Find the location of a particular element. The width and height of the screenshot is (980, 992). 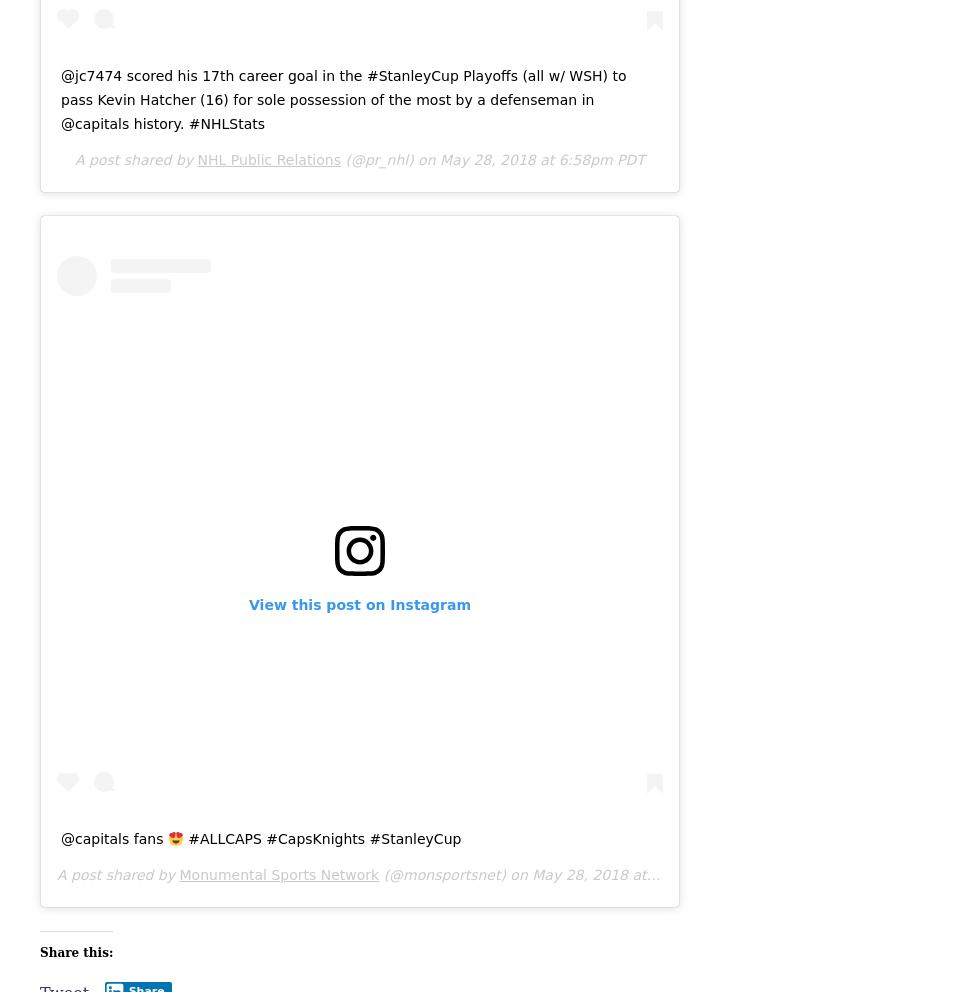

'View this post on Instagram' is located at coordinates (249, 604).